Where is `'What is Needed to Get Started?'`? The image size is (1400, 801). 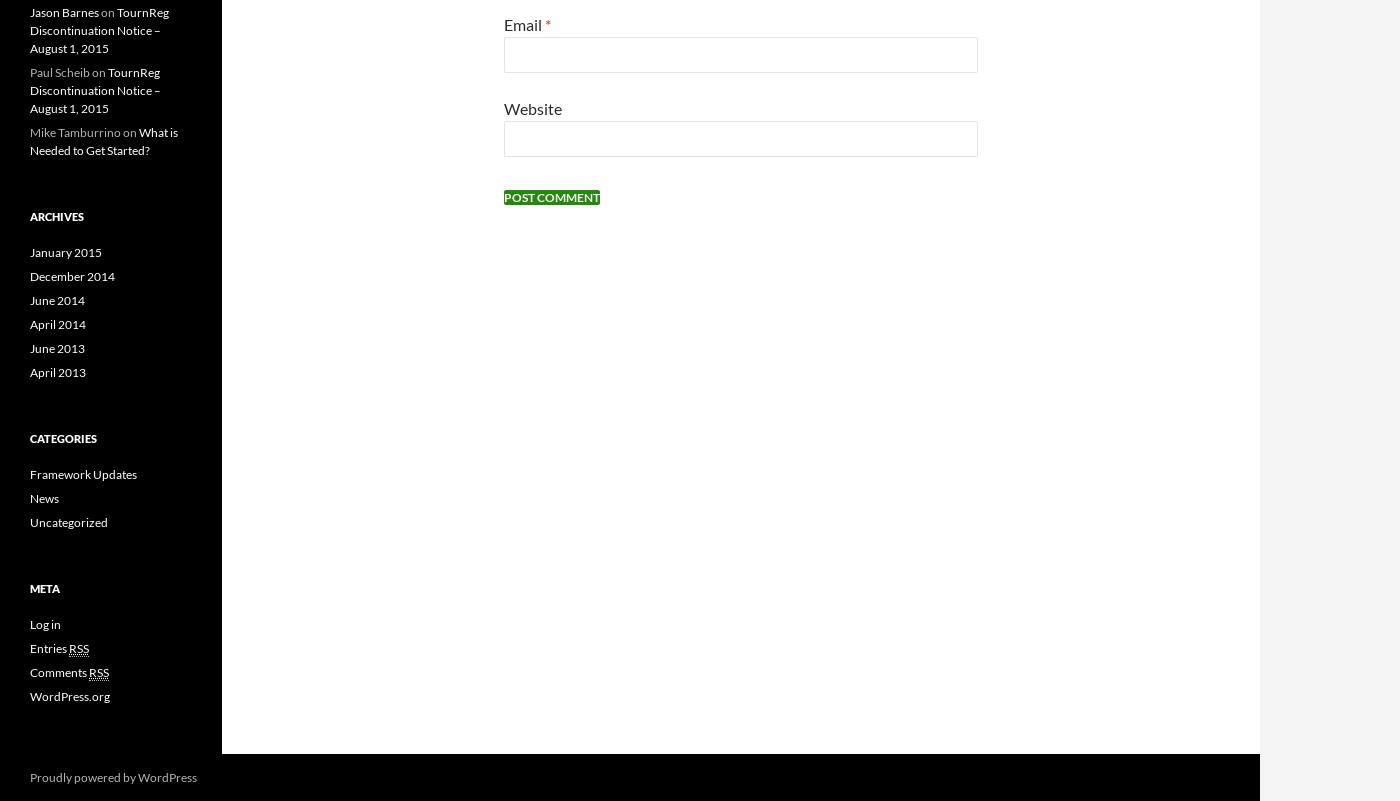 'What is Needed to Get Started?' is located at coordinates (104, 139).